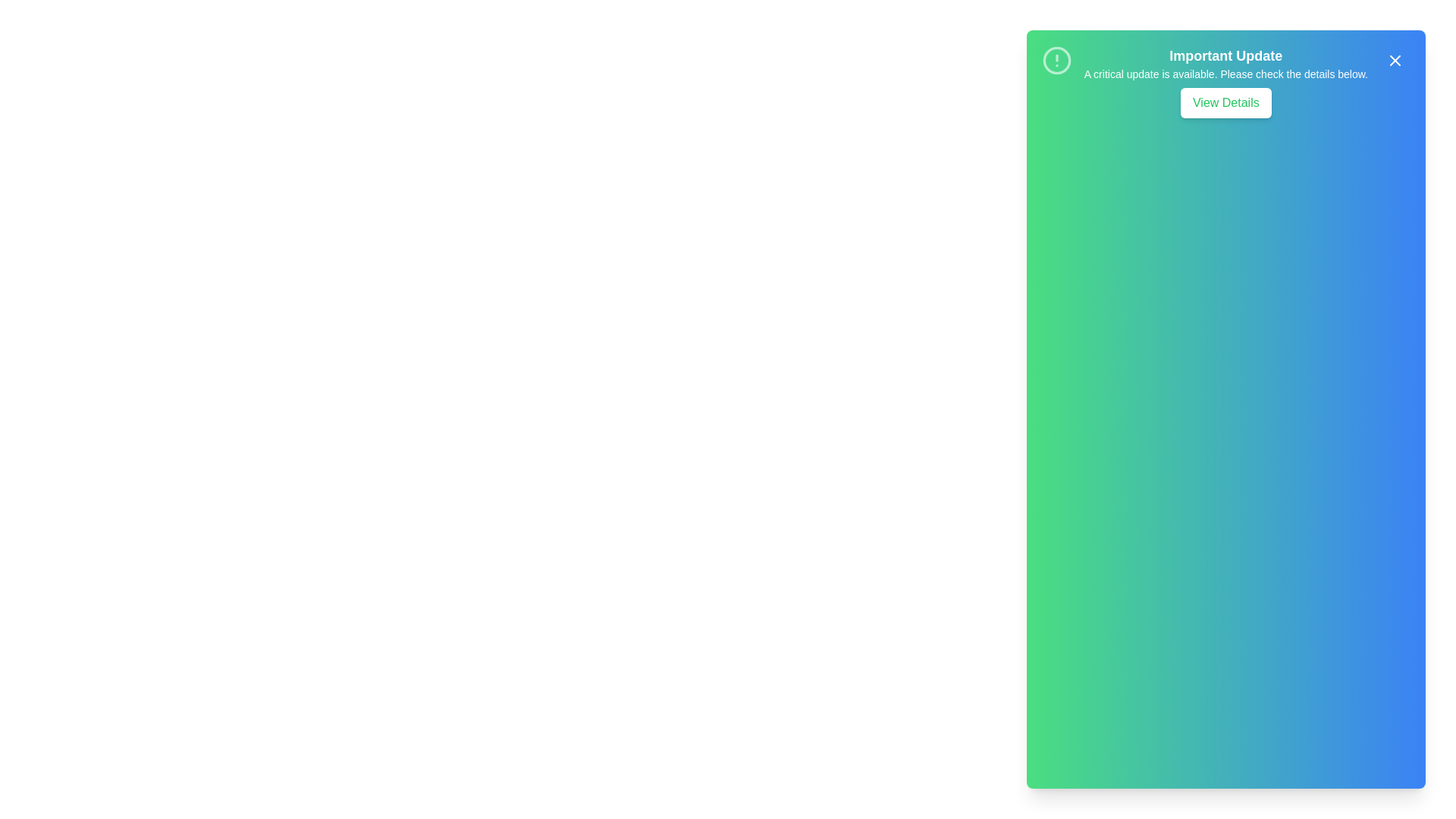  What do you see at coordinates (1225, 55) in the screenshot?
I see `the text content to highlight it for reading` at bounding box center [1225, 55].